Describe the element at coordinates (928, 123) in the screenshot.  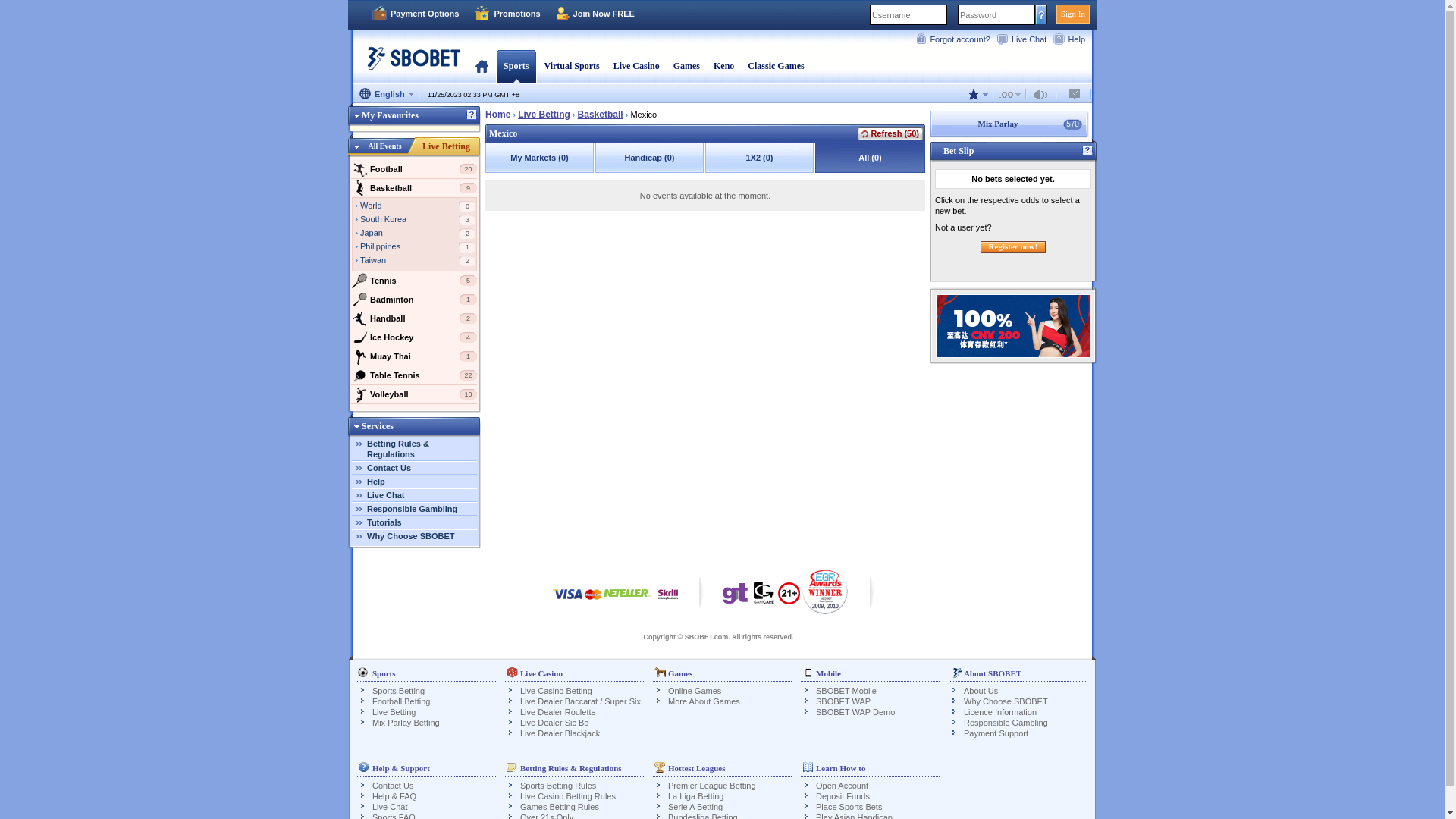
I see `'Mix Parlay` at that location.